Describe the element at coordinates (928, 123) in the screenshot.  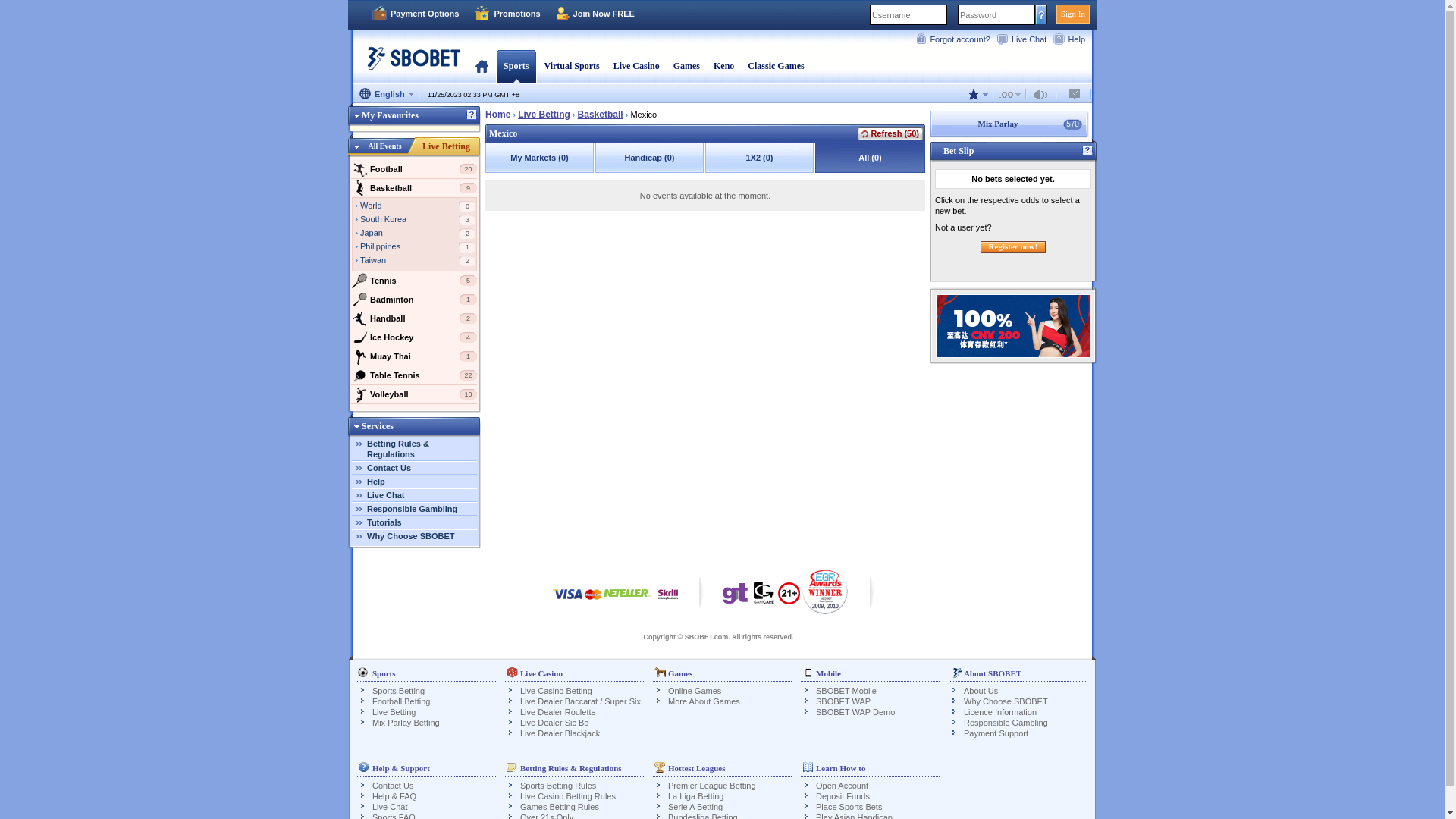
I see `'Mix Parlay` at that location.